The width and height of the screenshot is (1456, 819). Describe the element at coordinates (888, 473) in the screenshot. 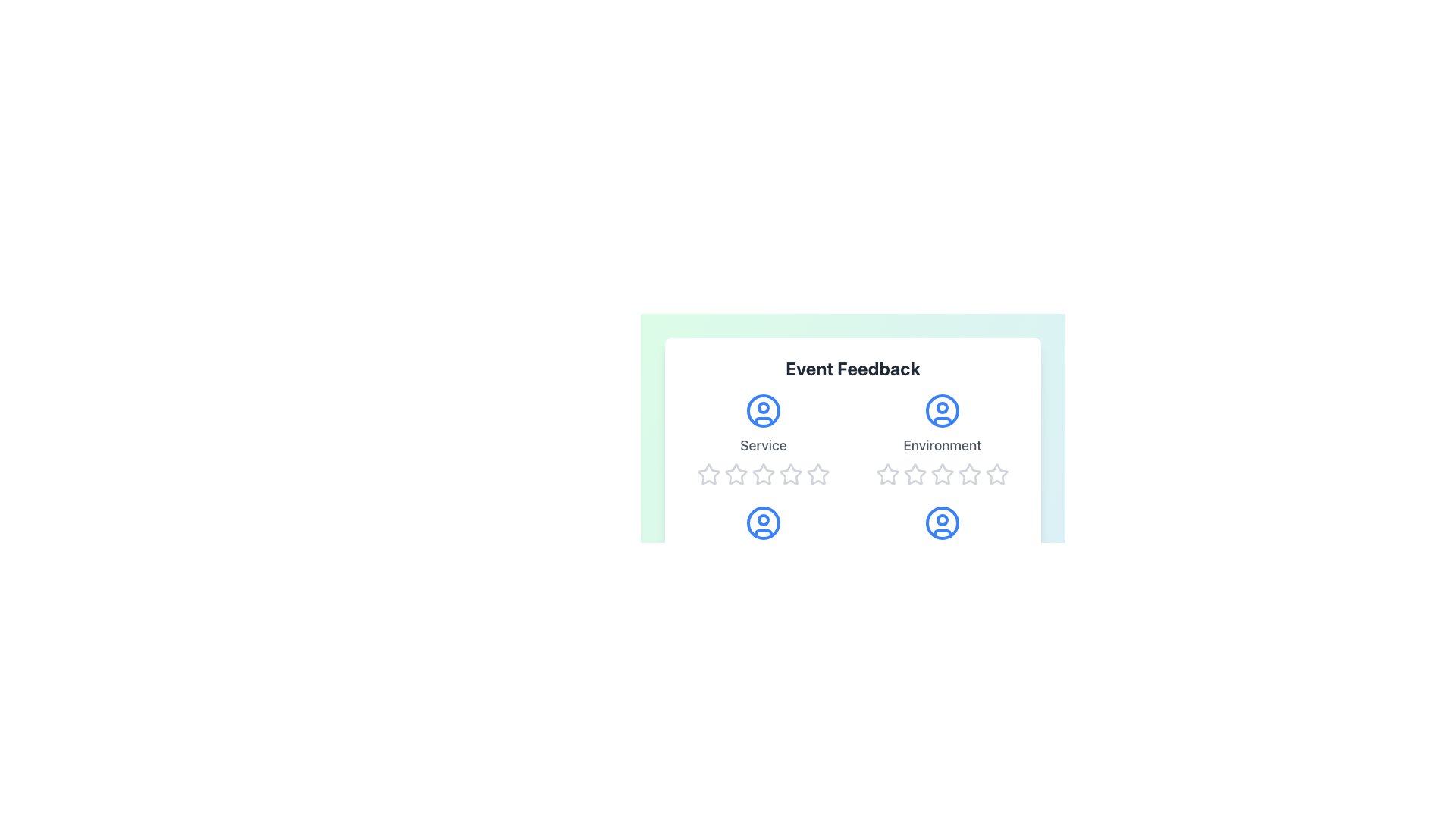

I see `the second star rating button in the 'Environment' category to indicate a rating level` at that location.